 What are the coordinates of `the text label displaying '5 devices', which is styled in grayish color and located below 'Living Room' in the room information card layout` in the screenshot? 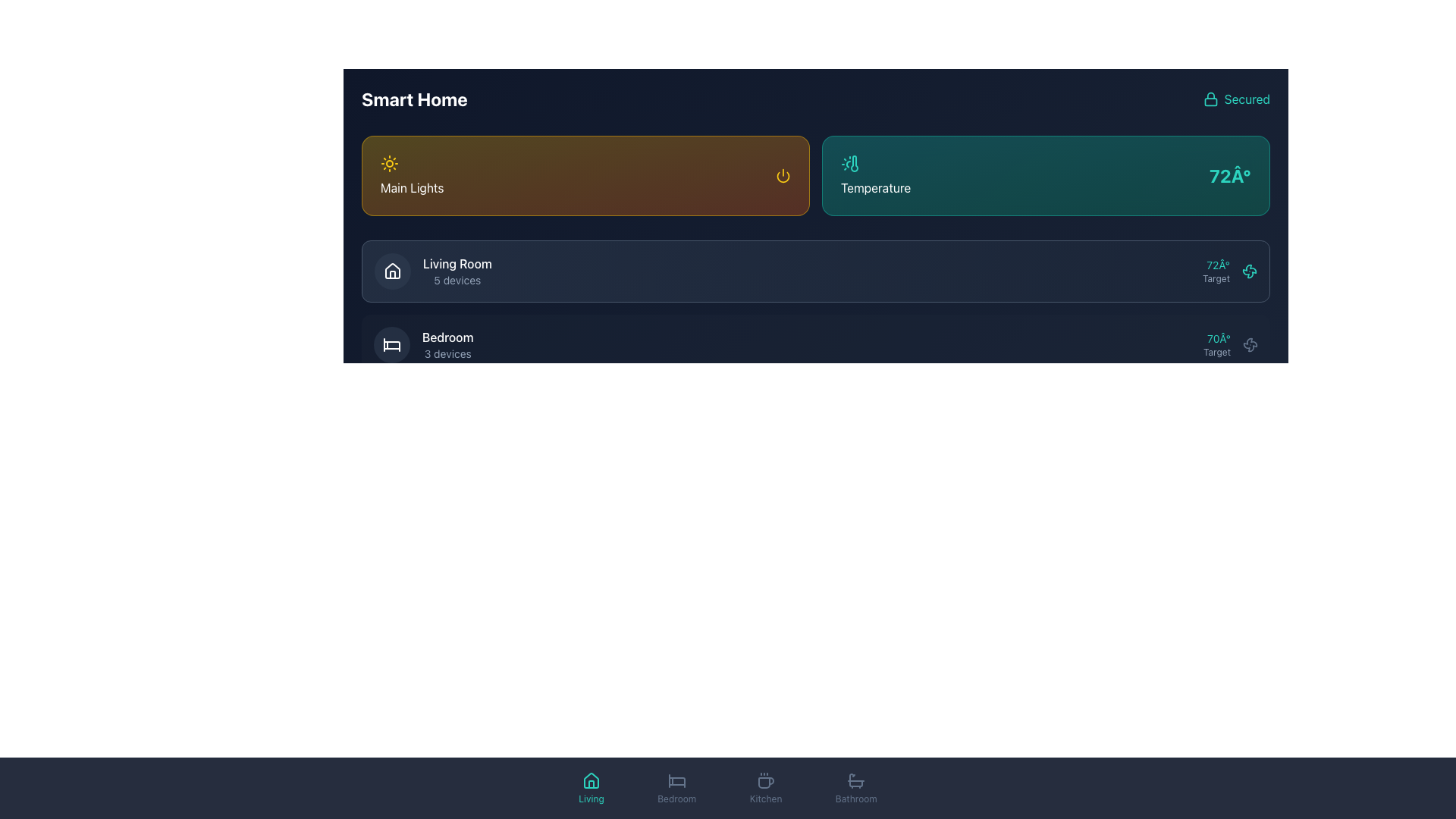 It's located at (457, 281).